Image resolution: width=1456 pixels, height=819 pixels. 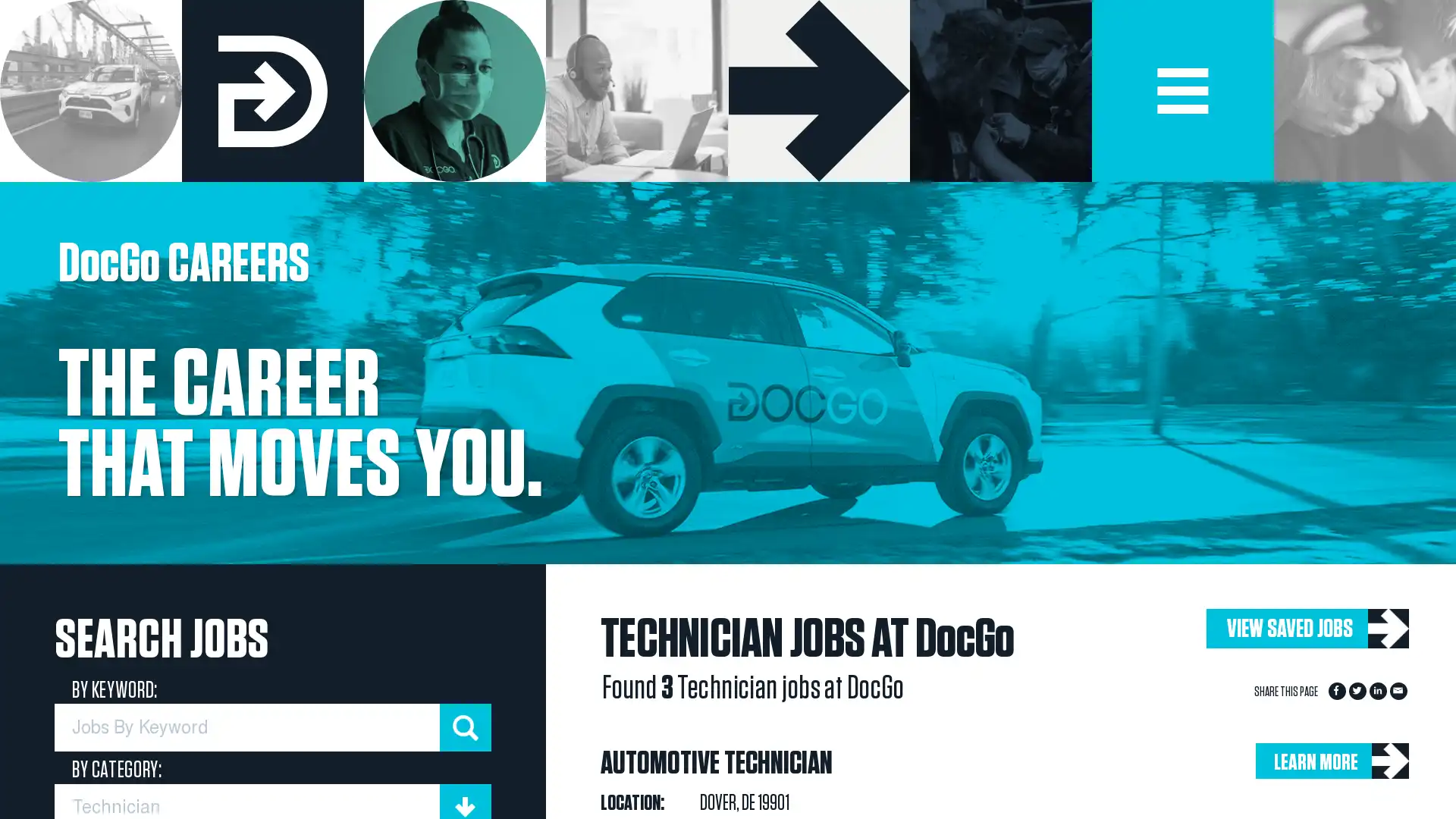 I want to click on Share to LinkedIn, so click(x=1377, y=690).